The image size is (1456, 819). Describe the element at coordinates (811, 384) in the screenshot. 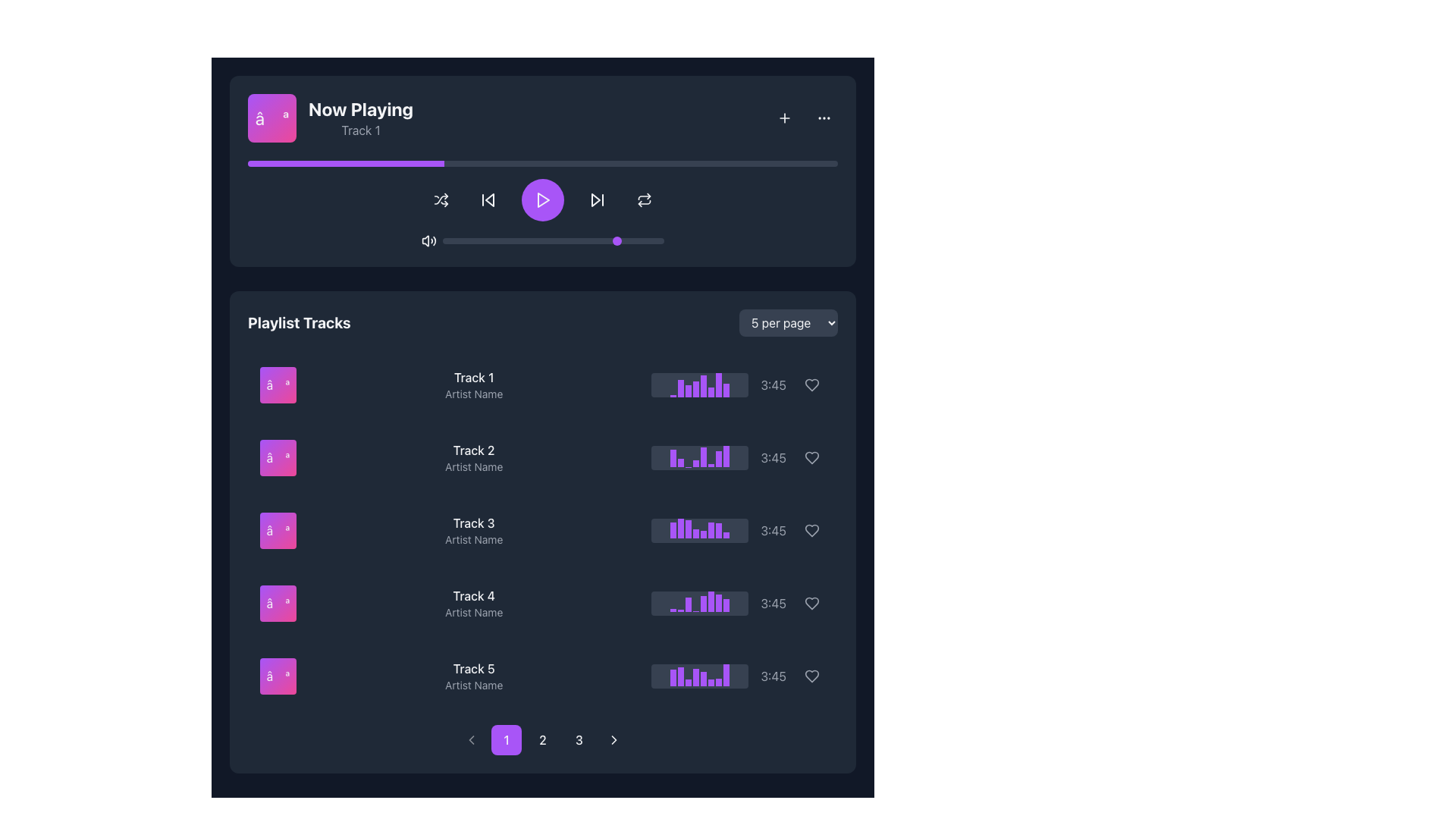

I see `the heart icon styled as an outlined vector graphic located in the fifth column of the playlist table for 'Track 1', next to the duration text '3:45'` at that location.